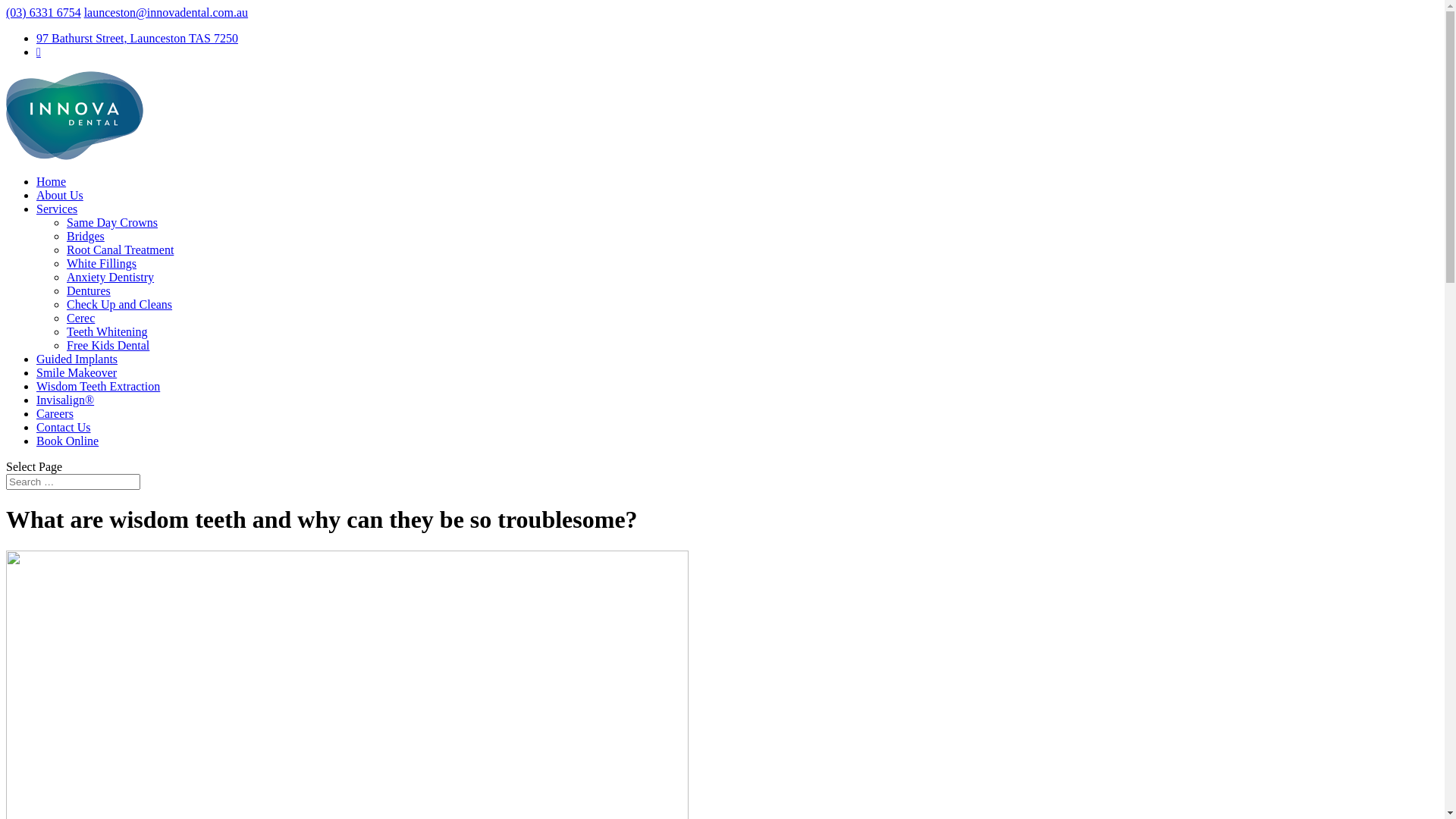 Image resolution: width=1456 pixels, height=819 pixels. Describe the element at coordinates (43, 12) in the screenshot. I see `'(03) 6331 6754'` at that location.